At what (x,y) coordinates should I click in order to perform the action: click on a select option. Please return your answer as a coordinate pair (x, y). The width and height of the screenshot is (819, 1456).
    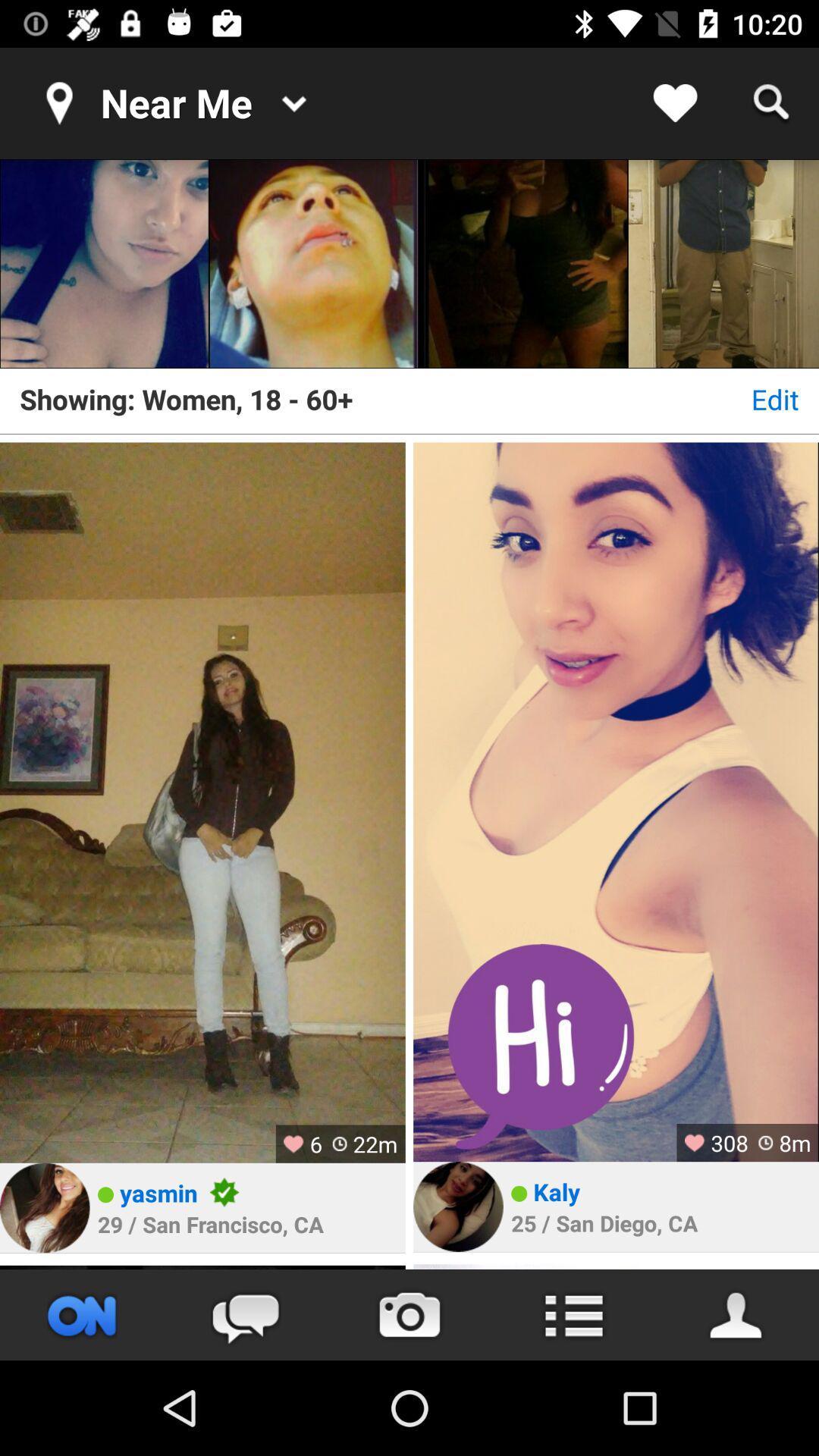
    Looking at the image, I should click on (522, 263).